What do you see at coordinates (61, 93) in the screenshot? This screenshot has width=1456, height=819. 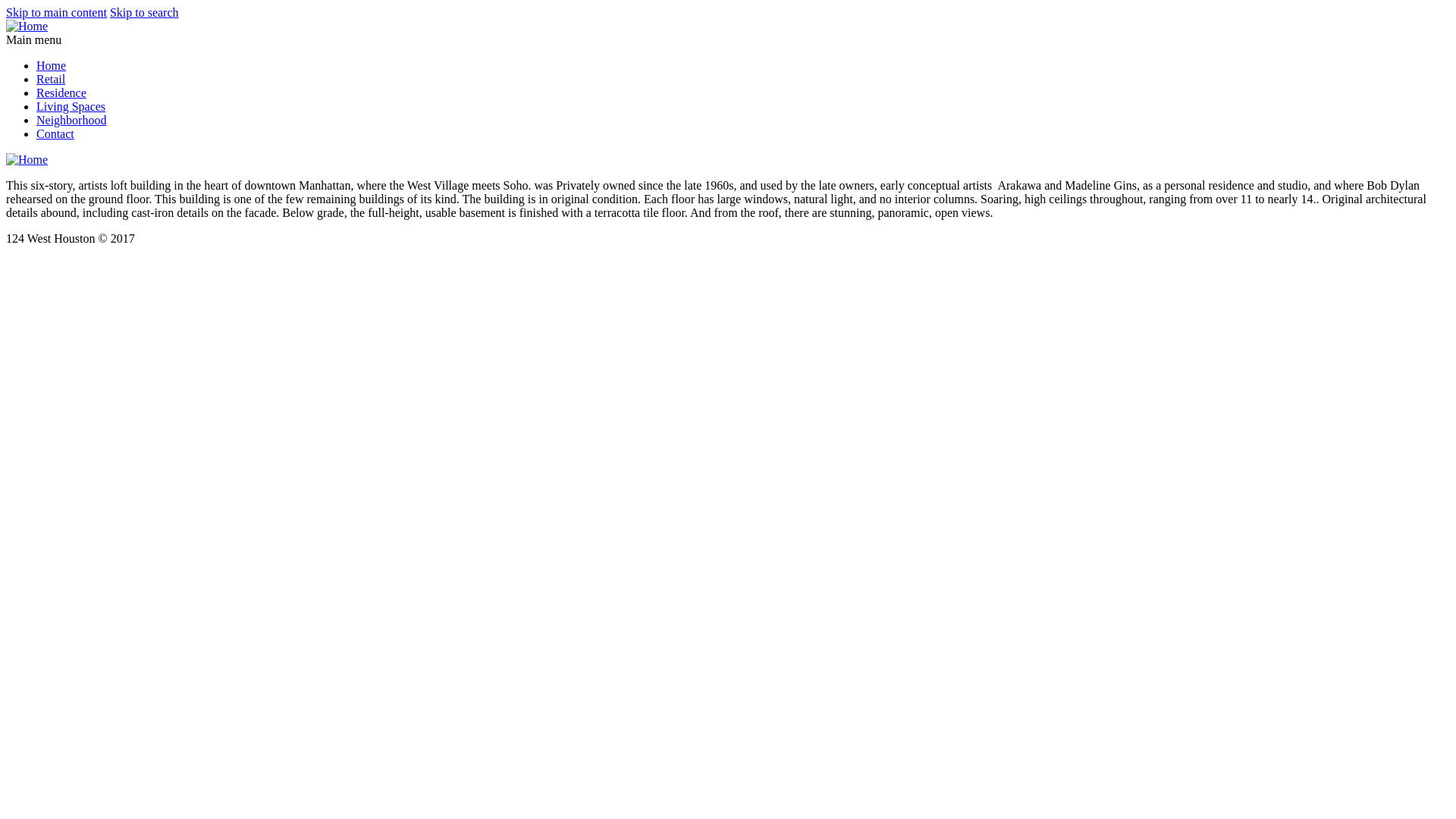 I see `'Residence'` at bounding box center [61, 93].